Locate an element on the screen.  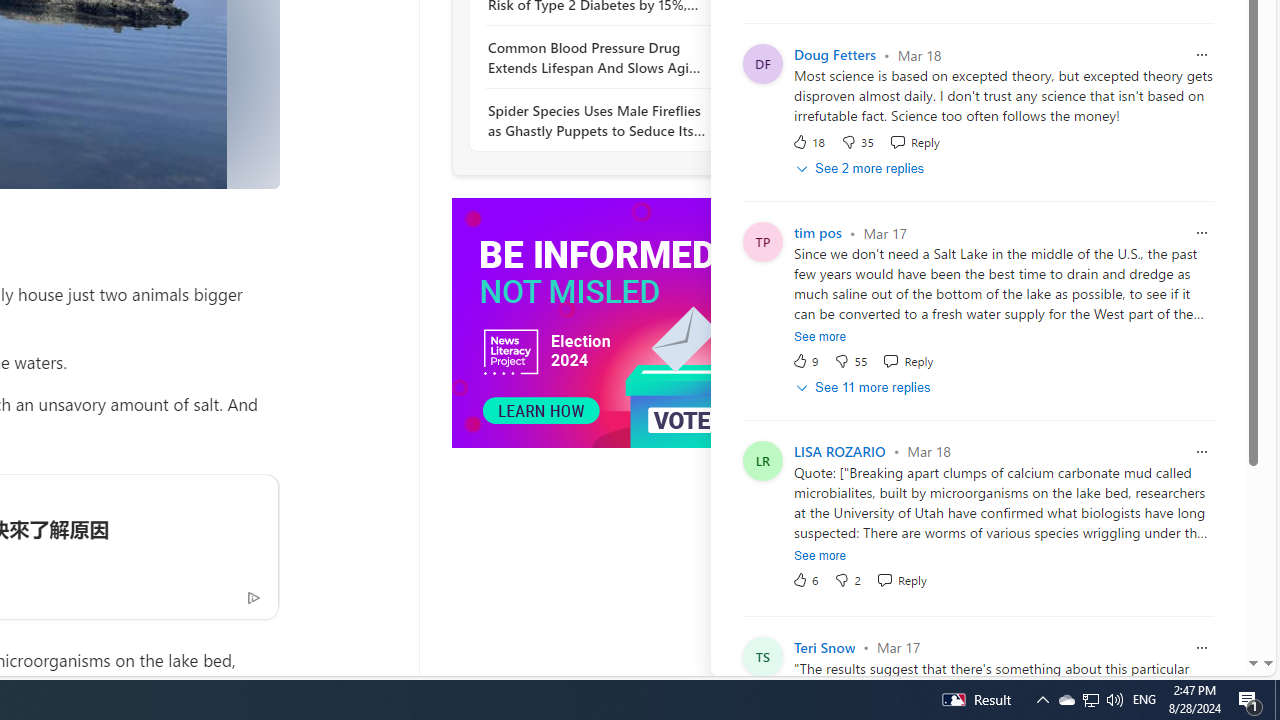
'Dislike' is located at coordinates (847, 579).